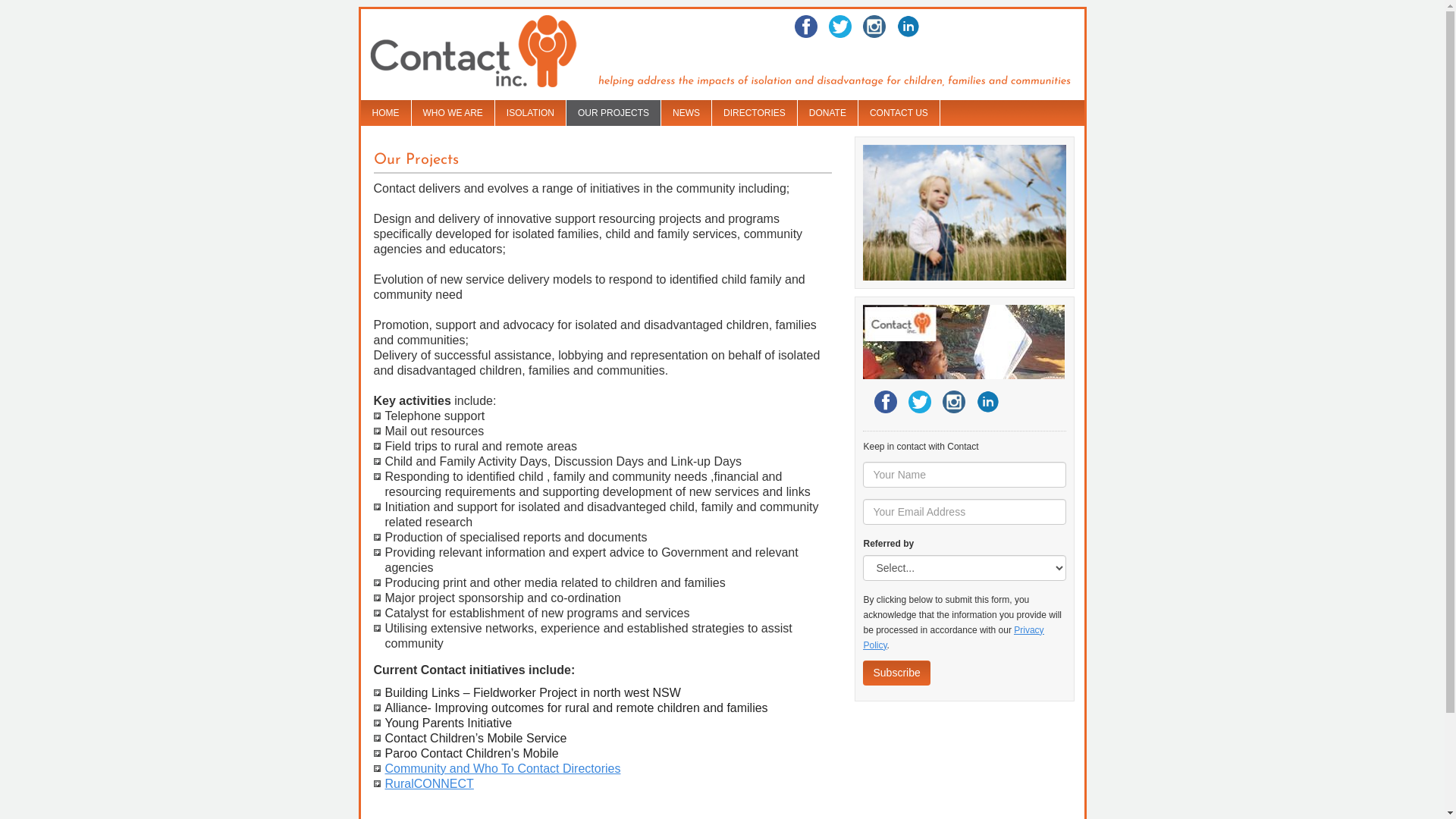 Image resolution: width=1456 pixels, height=819 pixels. Describe the element at coordinates (899, 112) in the screenshot. I see `'CONTACT US'` at that location.